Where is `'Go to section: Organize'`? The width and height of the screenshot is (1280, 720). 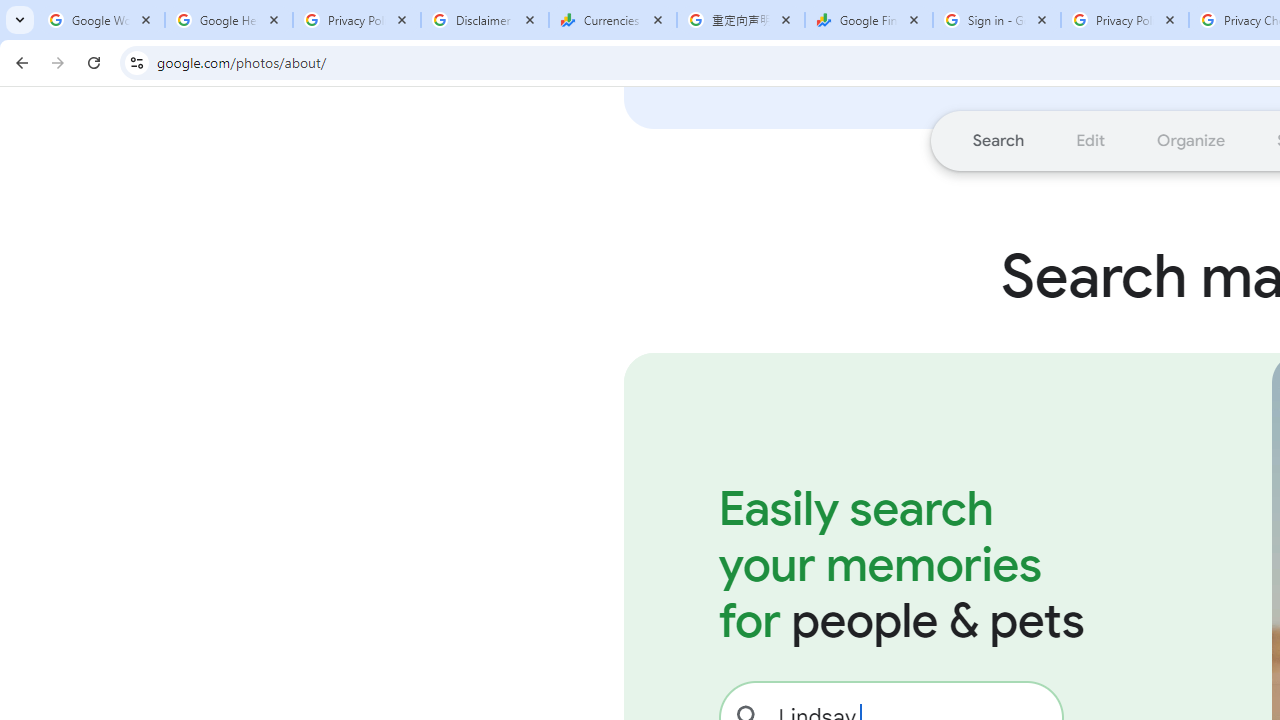 'Go to section: Organize' is located at coordinates (1191, 139).